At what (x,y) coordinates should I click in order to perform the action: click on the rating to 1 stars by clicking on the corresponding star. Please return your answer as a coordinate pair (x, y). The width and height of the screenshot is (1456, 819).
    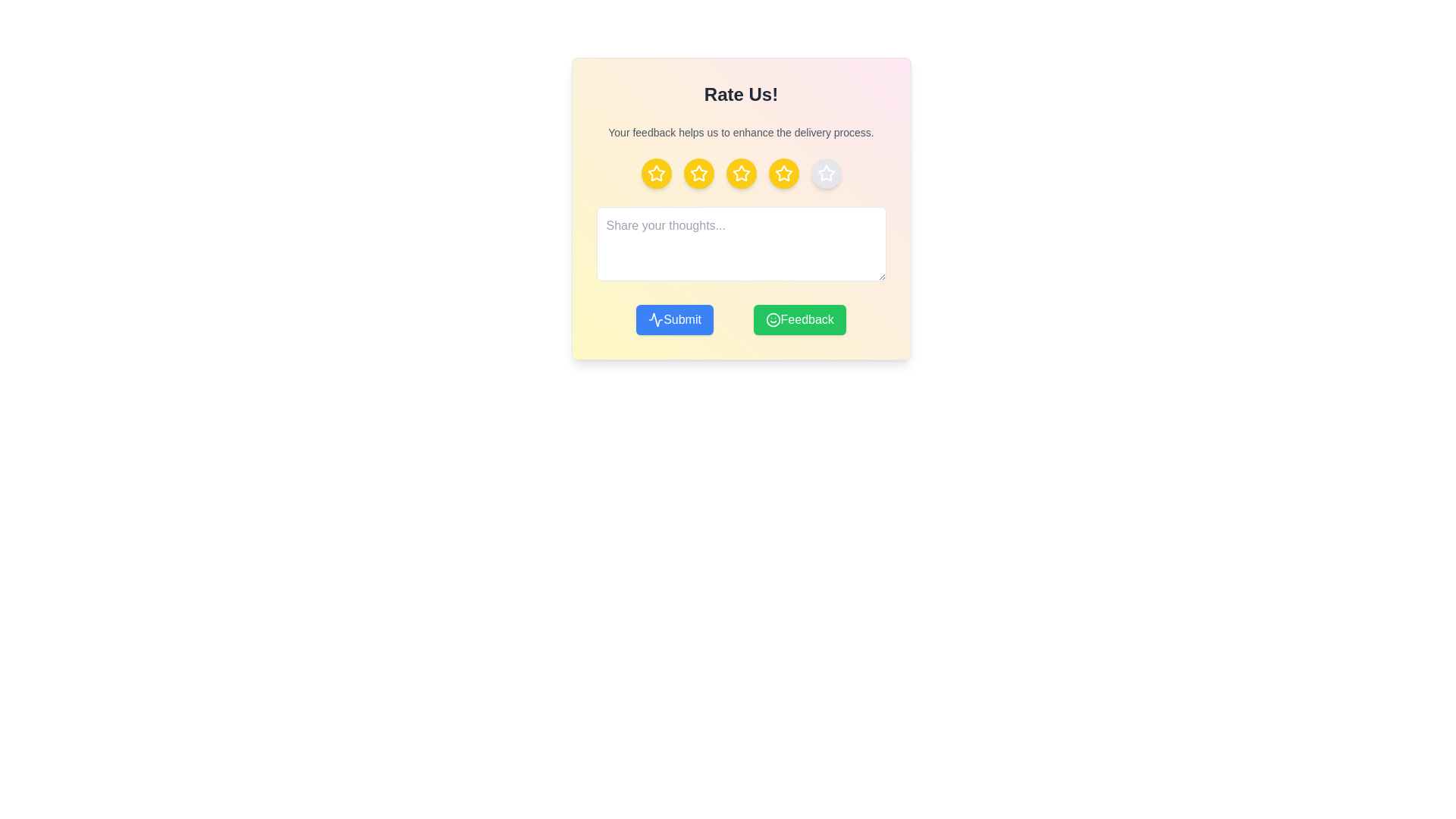
    Looking at the image, I should click on (656, 172).